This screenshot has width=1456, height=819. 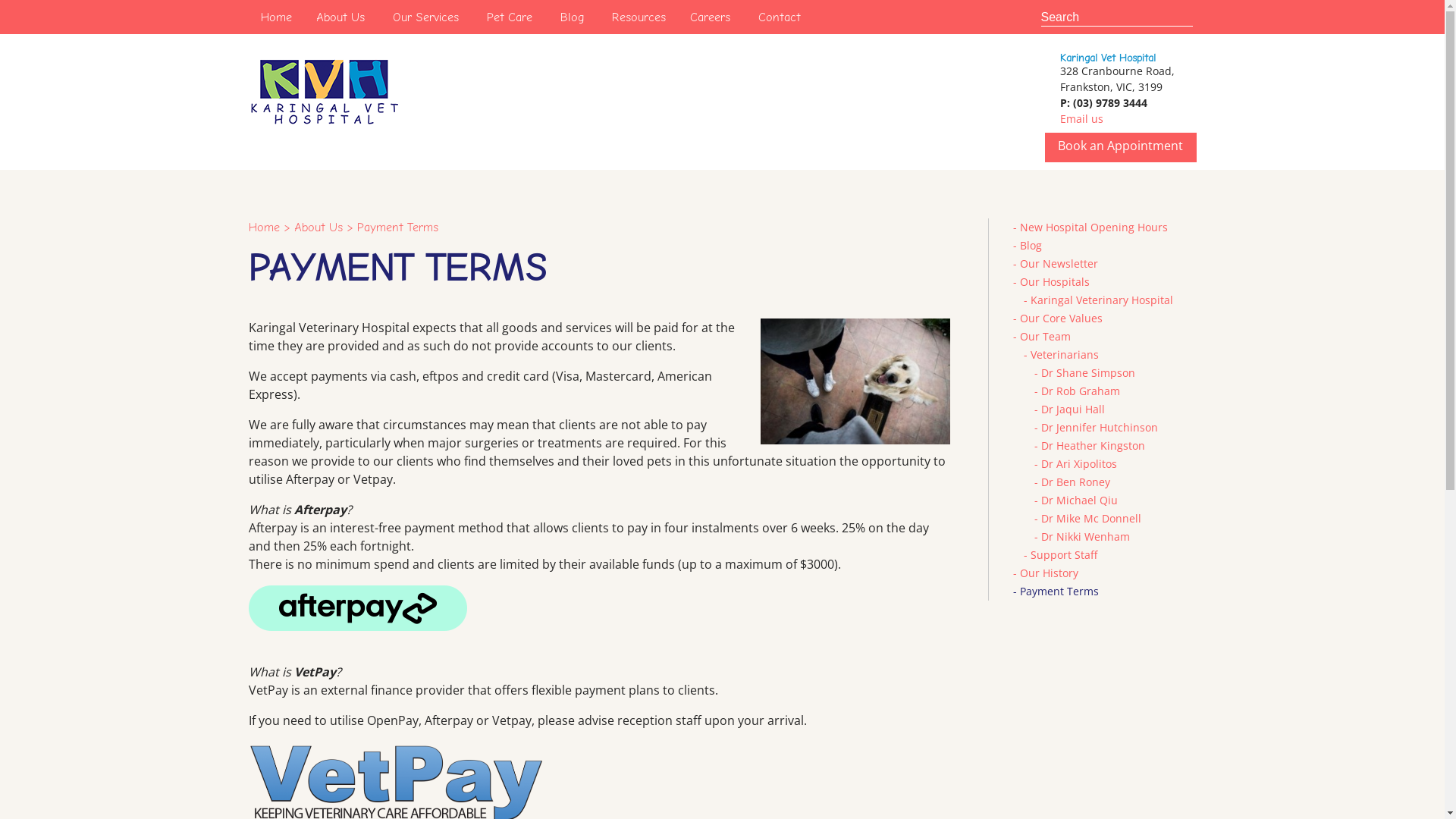 I want to click on 'Dr Heather Kingston', so click(x=1092, y=444).